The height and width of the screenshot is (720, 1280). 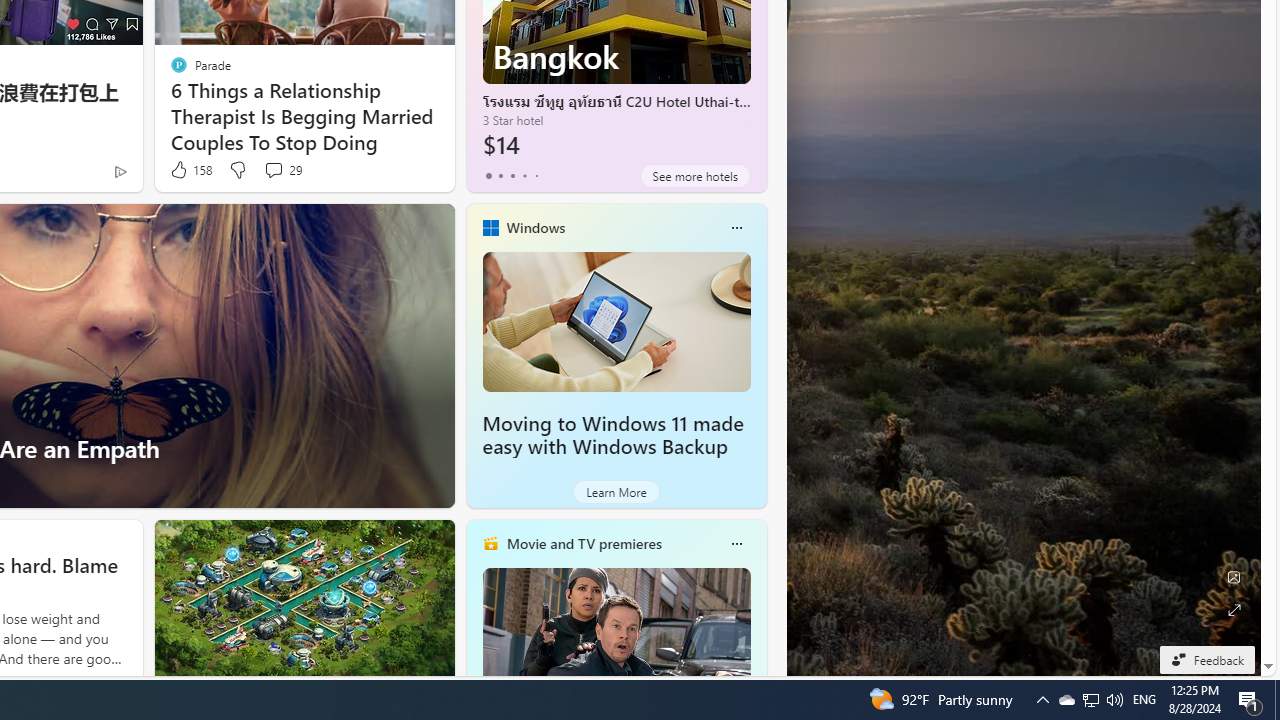 What do you see at coordinates (735, 543) in the screenshot?
I see `'Class: icon-img'` at bounding box center [735, 543].